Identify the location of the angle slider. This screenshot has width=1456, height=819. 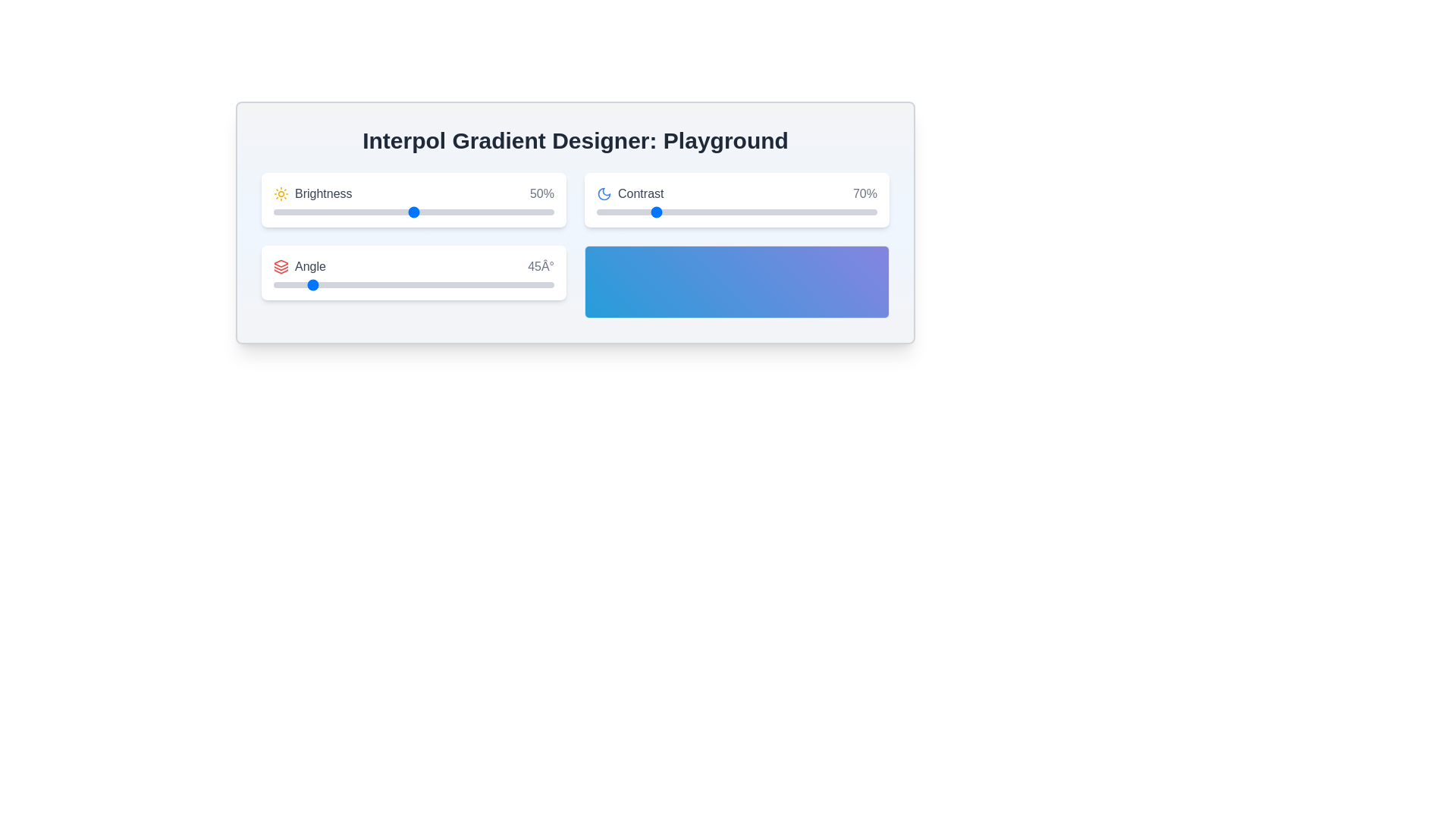
(512, 284).